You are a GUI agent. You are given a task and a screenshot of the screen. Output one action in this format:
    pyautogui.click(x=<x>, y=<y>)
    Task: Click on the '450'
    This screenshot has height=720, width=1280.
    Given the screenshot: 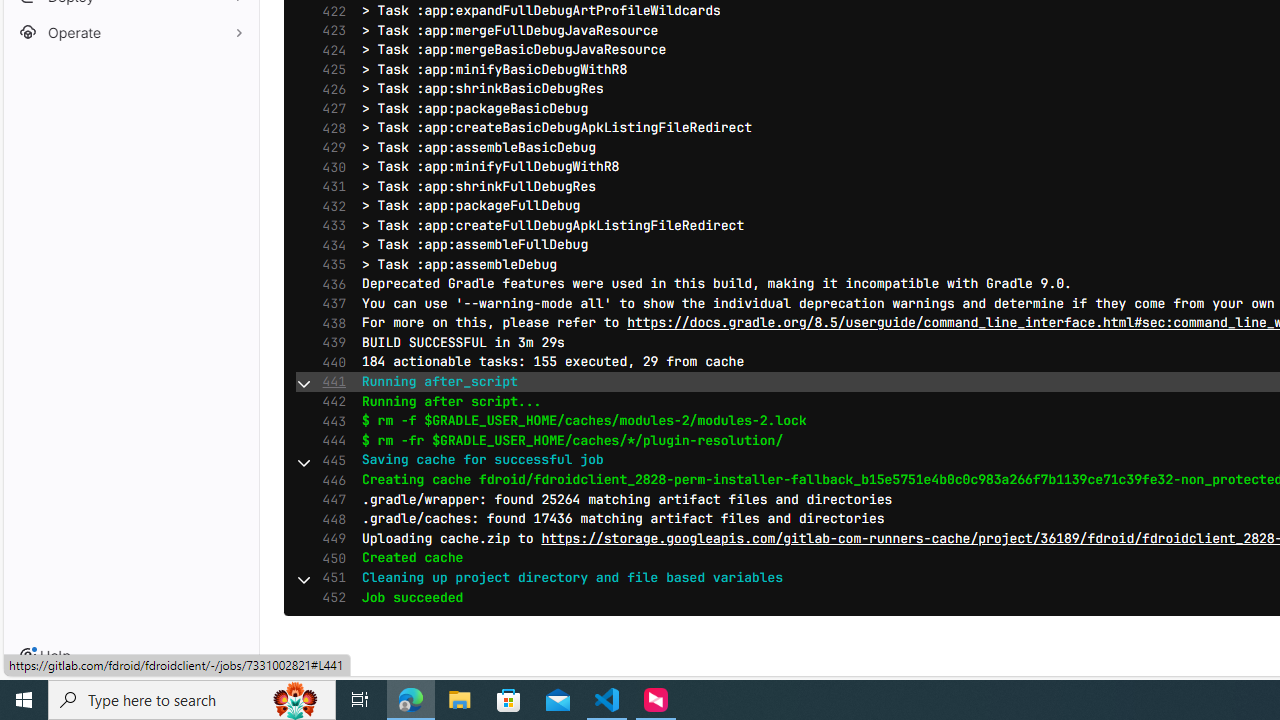 What is the action you would take?
    pyautogui.click(x=329, y=558)
    